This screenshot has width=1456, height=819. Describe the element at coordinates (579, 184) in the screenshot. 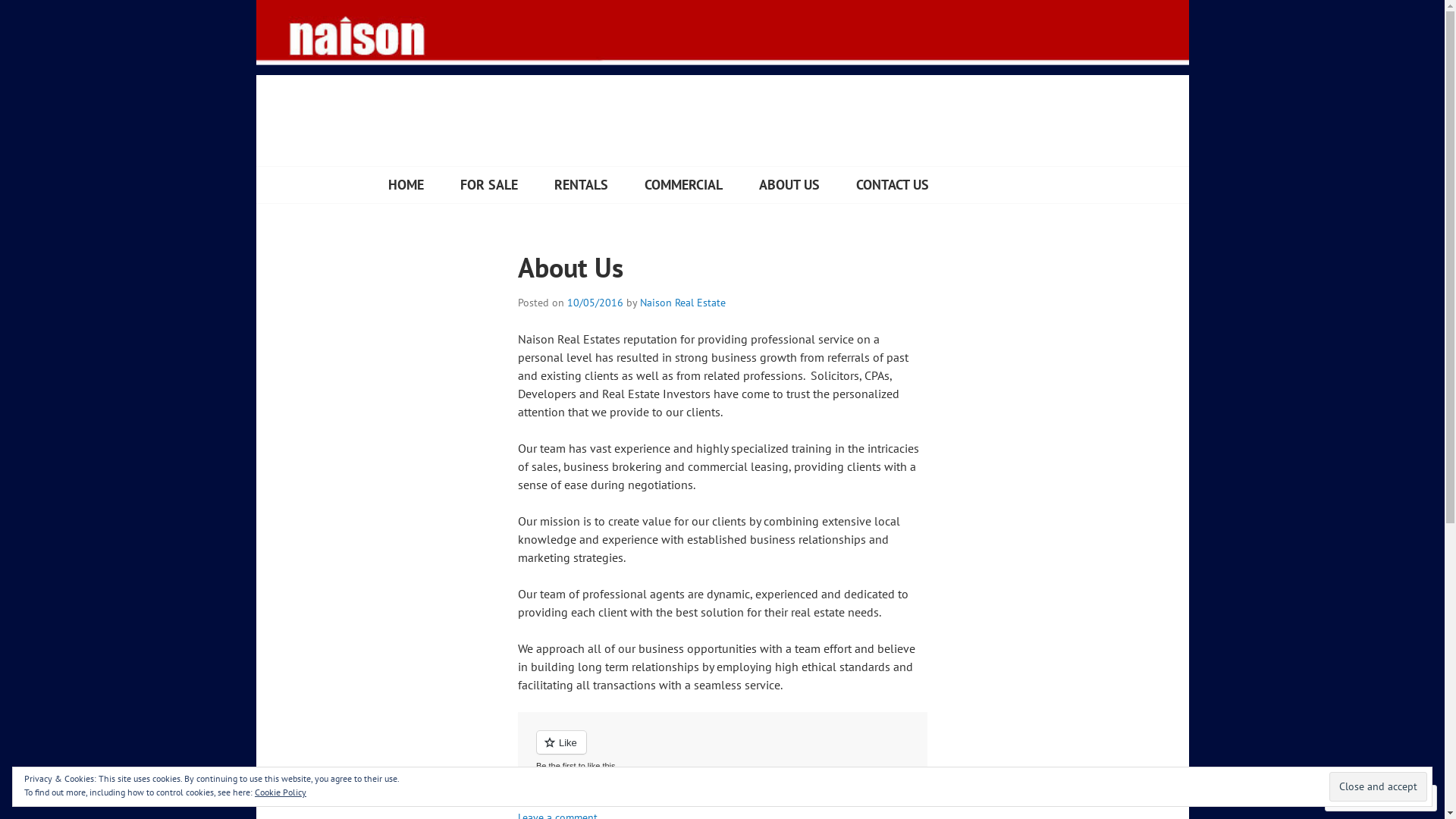

I see `'RENTALS'` at that location.